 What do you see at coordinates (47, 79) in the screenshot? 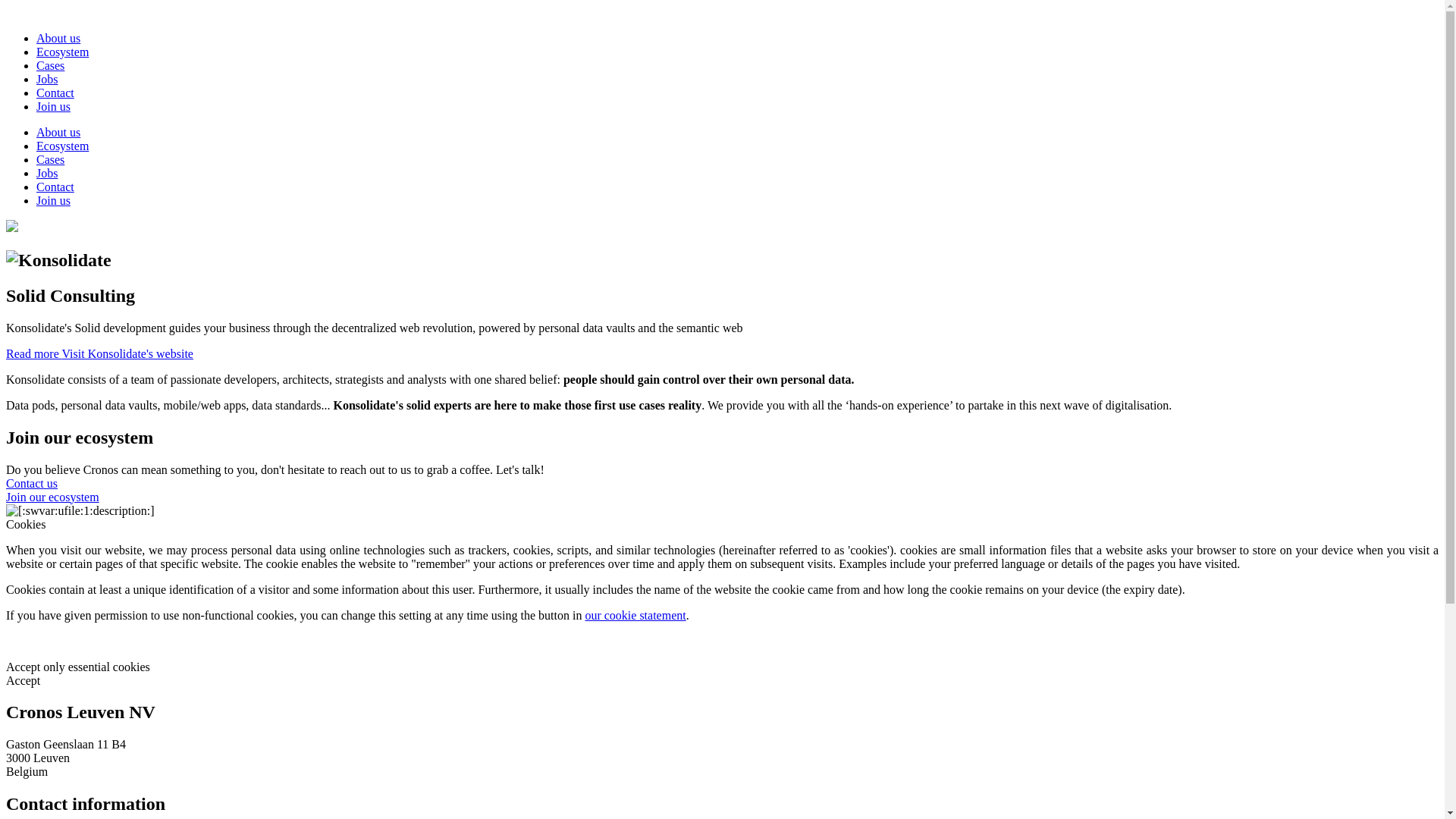
I see `'Jobs'` at bounding box center [47, 79].